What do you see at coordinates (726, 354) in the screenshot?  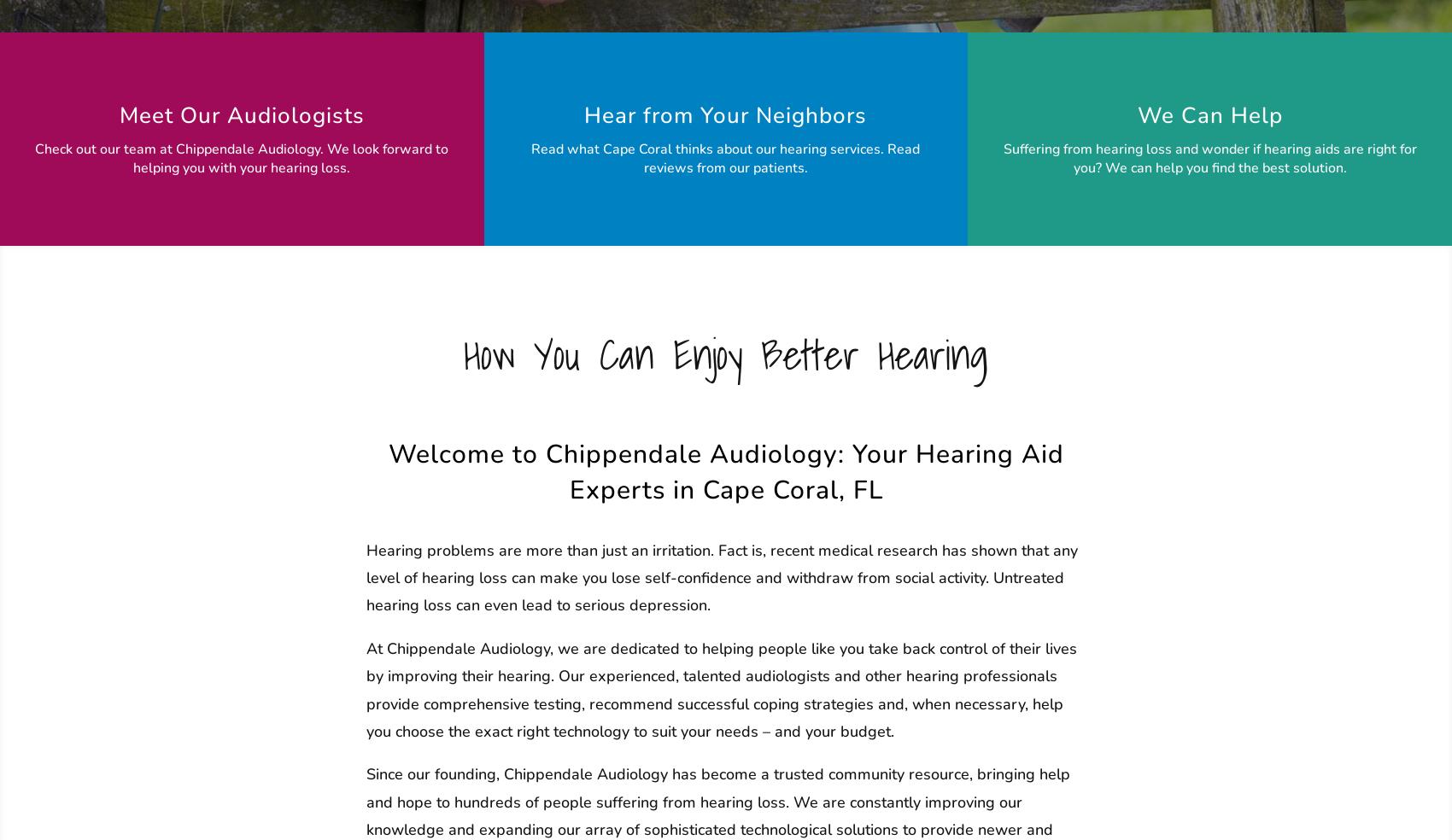 I see `'How You Can Enjoy Better Hearing'` at bounding box center [726, 354].